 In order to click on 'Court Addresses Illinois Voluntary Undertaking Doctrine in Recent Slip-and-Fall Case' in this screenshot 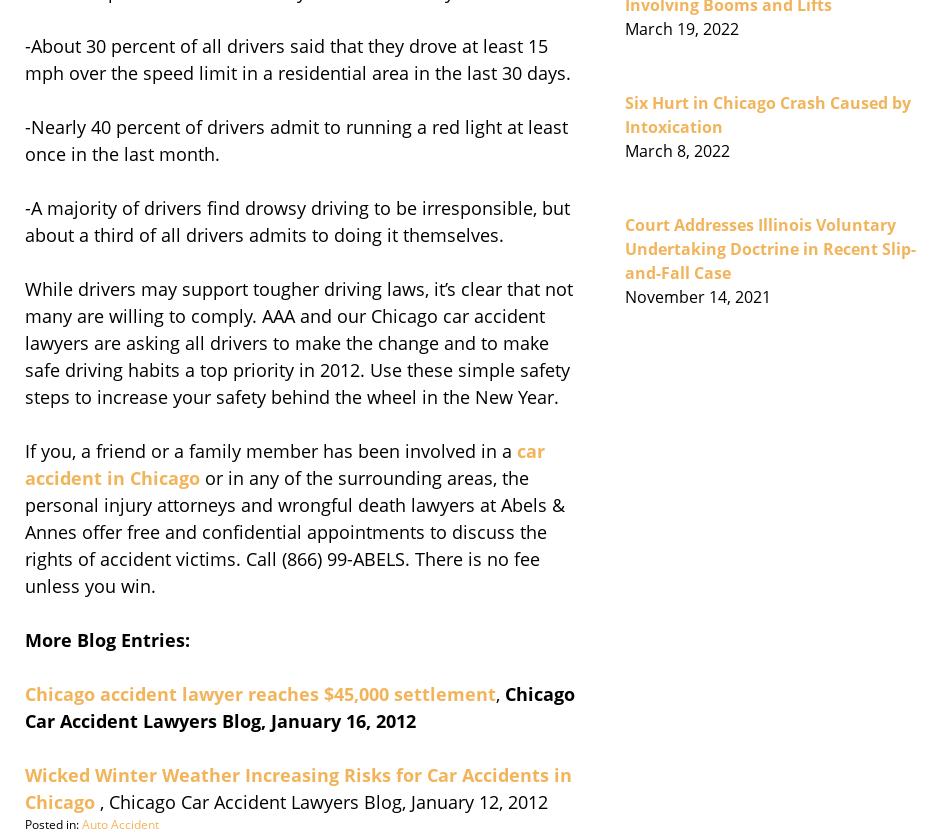, I will do `click(769, 247)`.